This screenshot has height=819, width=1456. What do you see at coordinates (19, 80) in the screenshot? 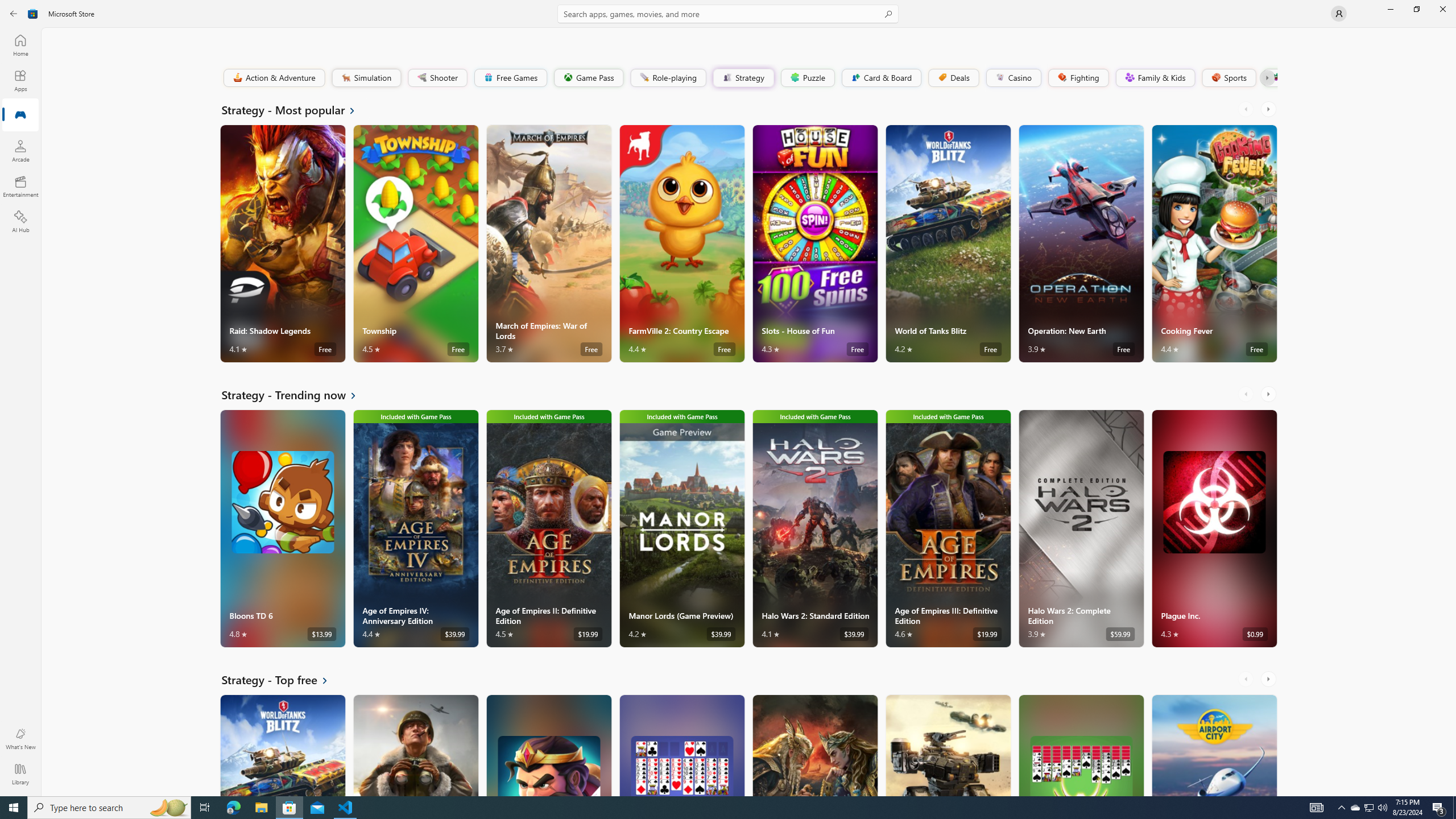
I see `'Apps'` at bounding box center [19, 80].